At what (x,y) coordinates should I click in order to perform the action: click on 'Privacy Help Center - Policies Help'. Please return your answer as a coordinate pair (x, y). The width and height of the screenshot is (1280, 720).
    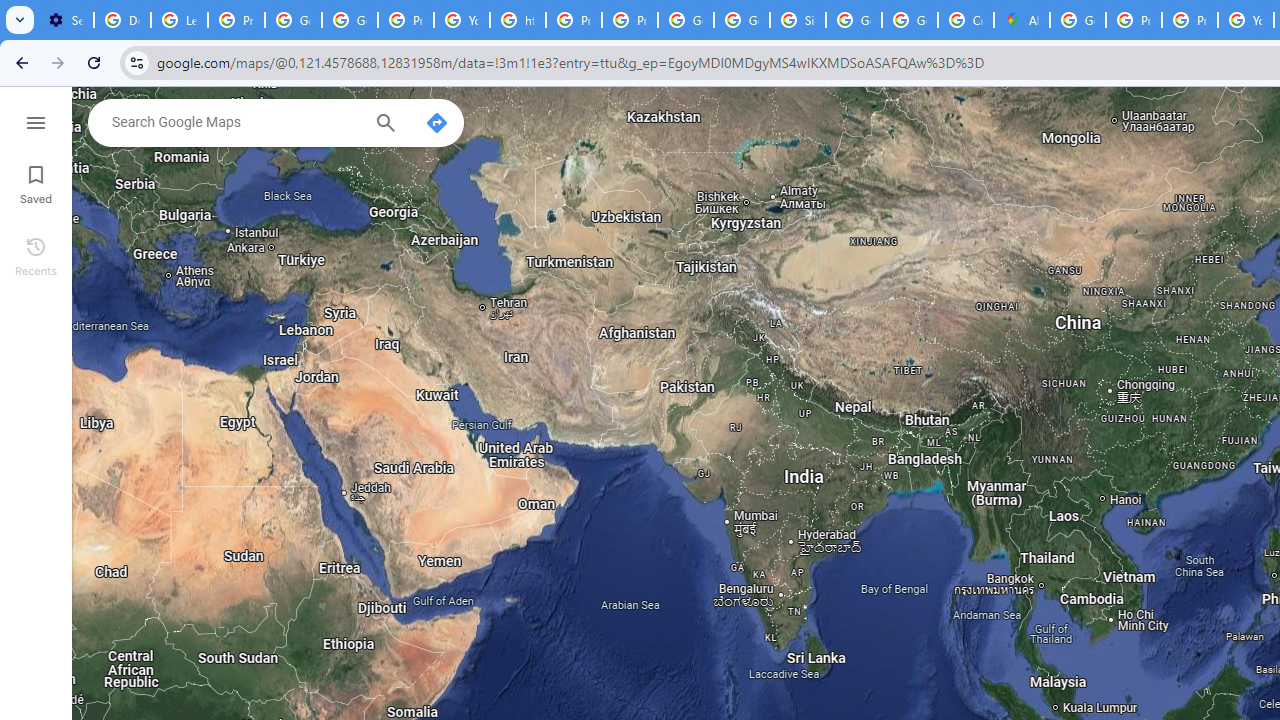
    Looking at the image, I should click on (1190, 20).